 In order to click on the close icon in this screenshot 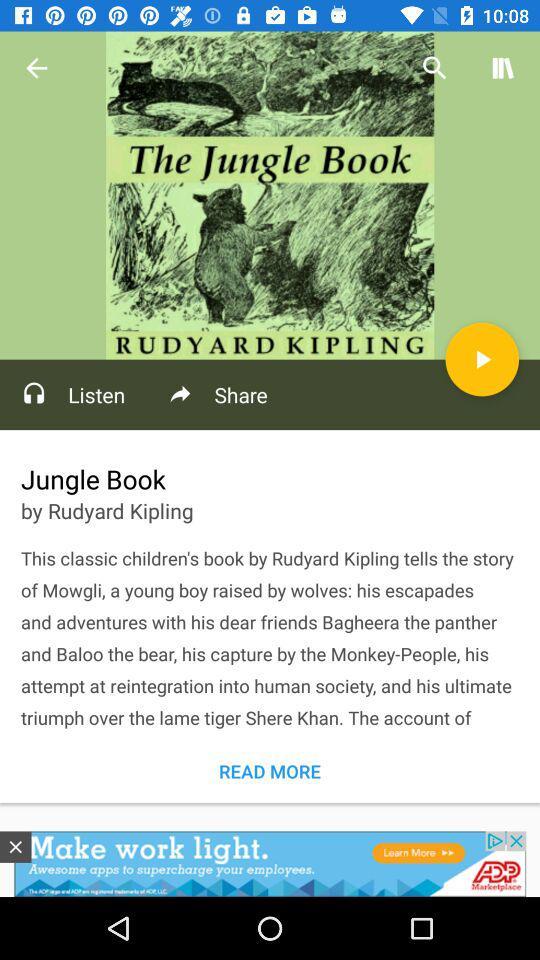, I will do `click(14, 846)`.